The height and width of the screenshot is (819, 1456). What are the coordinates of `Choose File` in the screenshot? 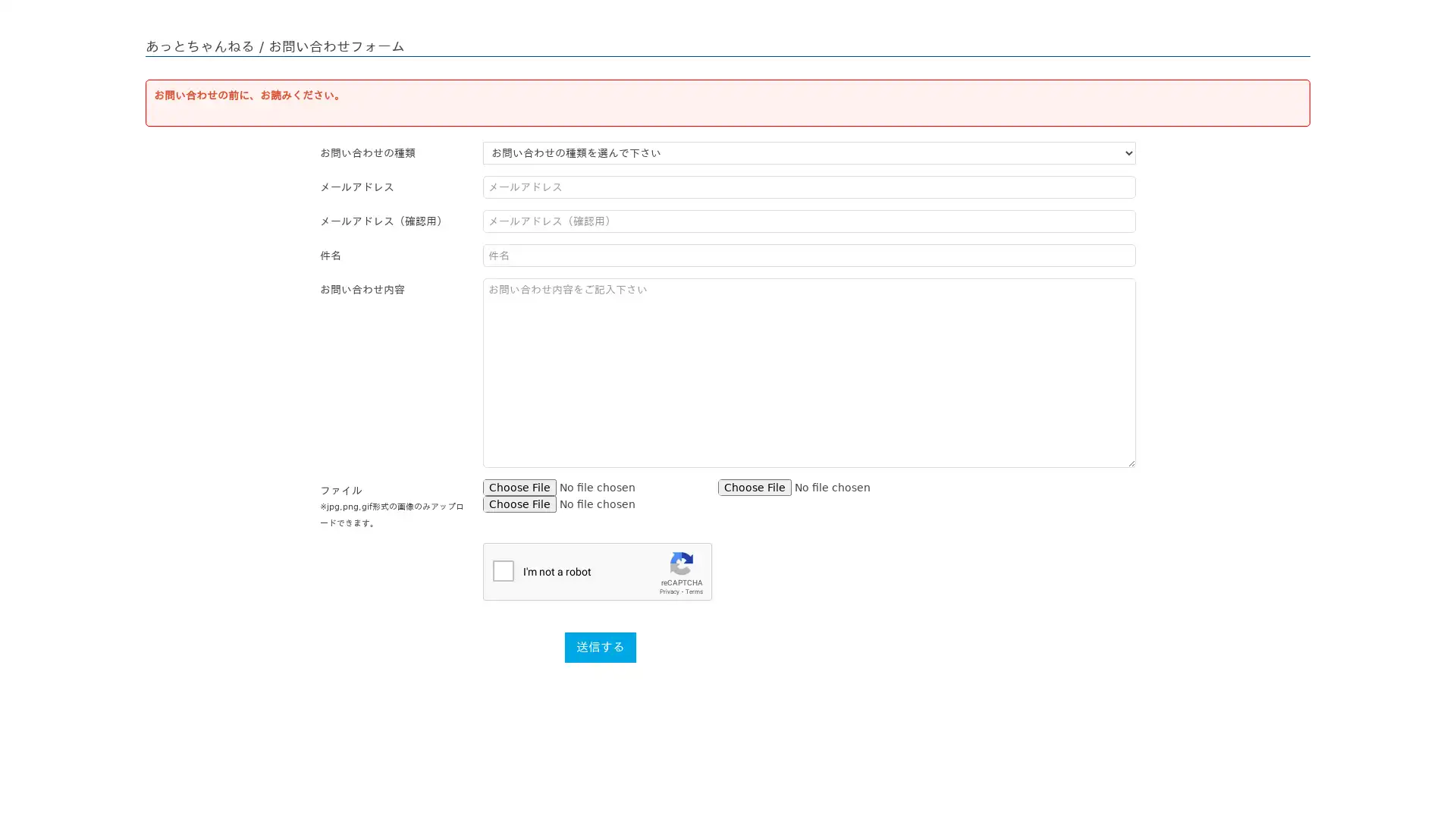 It's located at (519, 504).